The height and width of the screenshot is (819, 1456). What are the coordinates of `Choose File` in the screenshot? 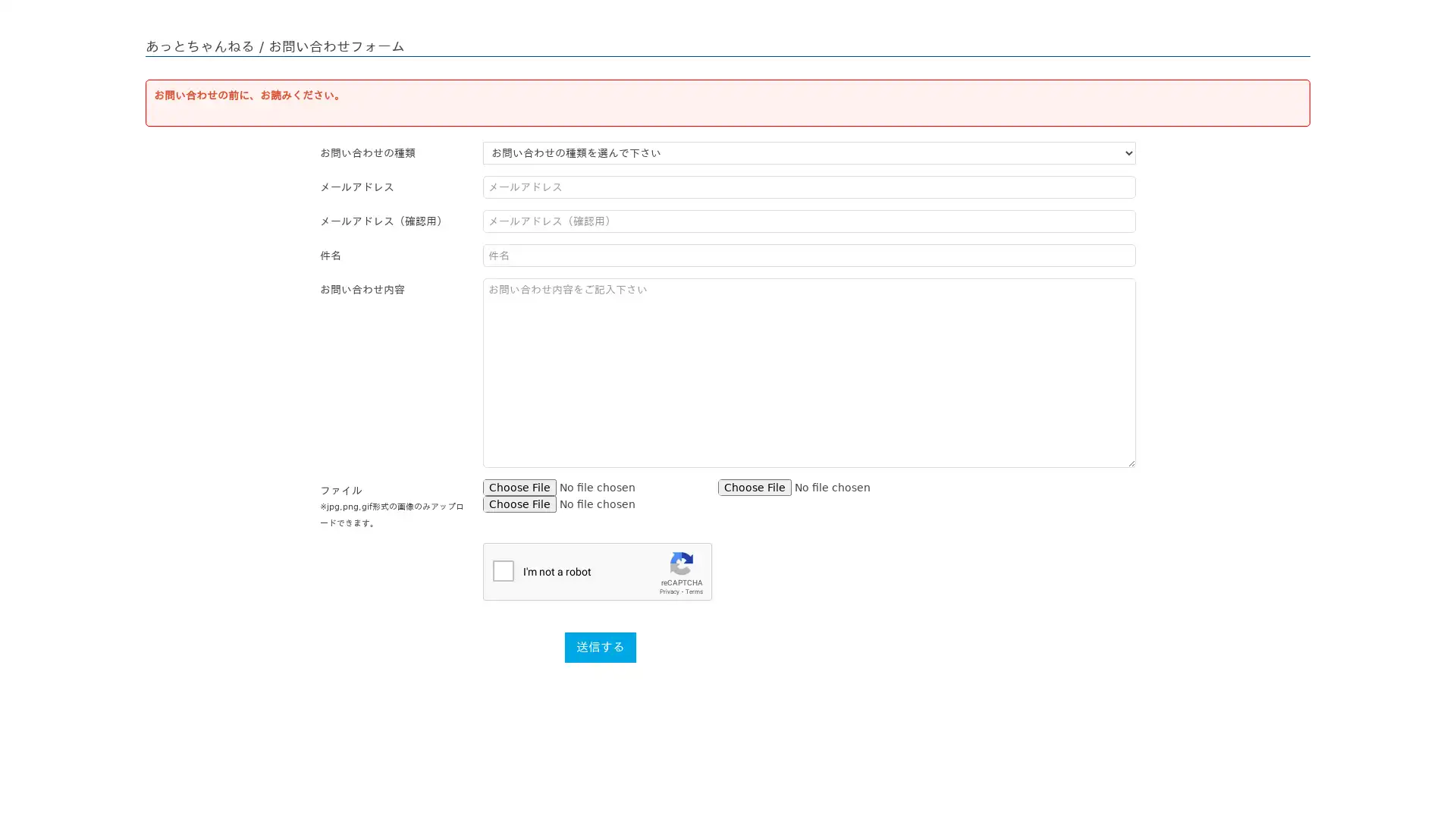 It's located at (519, 504).